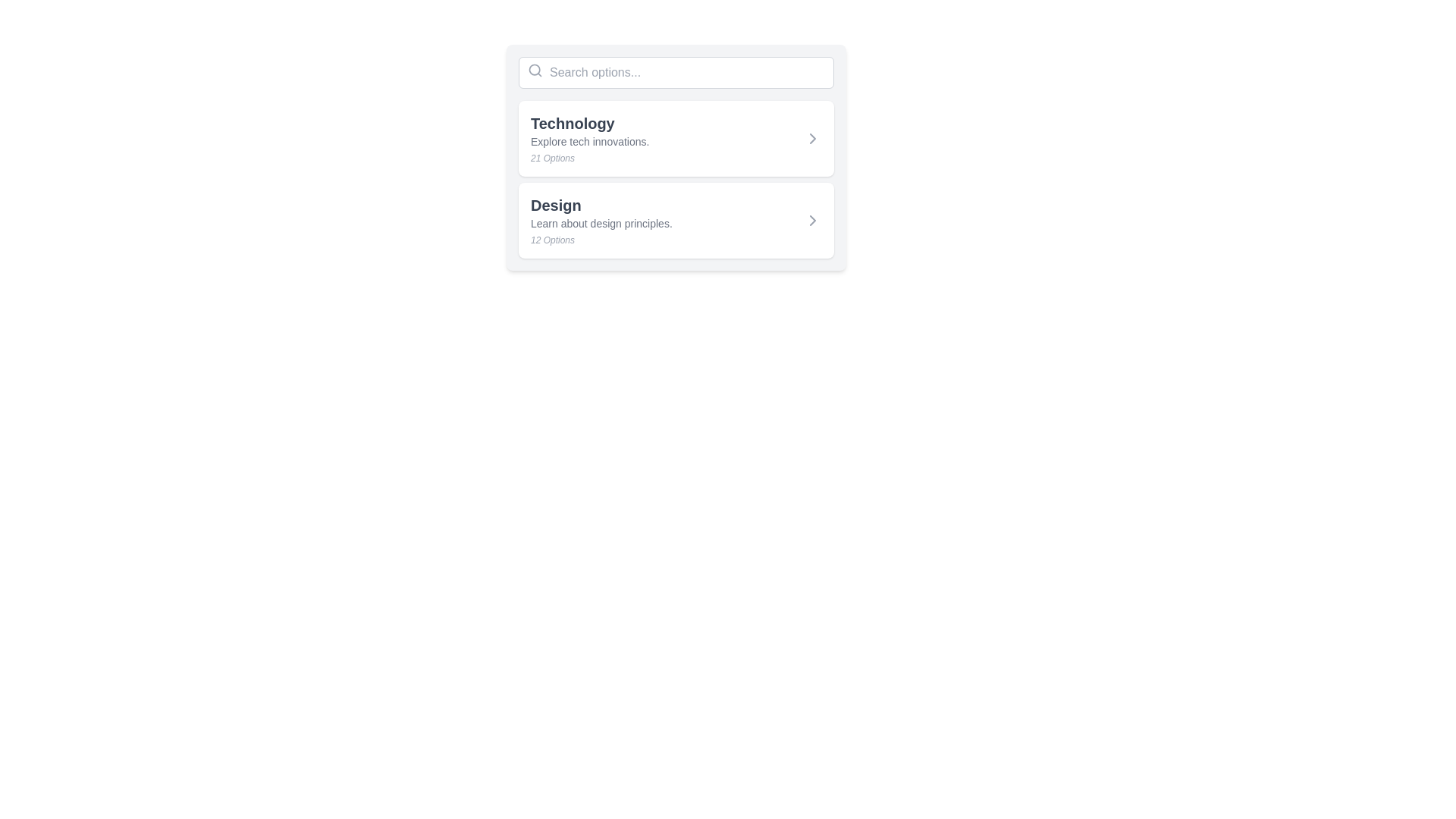 Image resolution: width=1456 pixels, height=819 pixels. Describe the element at coordinates (811, 220) in the screenshot. I see `the navigation icon located at the far right of the 'Design' section, which is aligned with the title and supporting text` at that location.